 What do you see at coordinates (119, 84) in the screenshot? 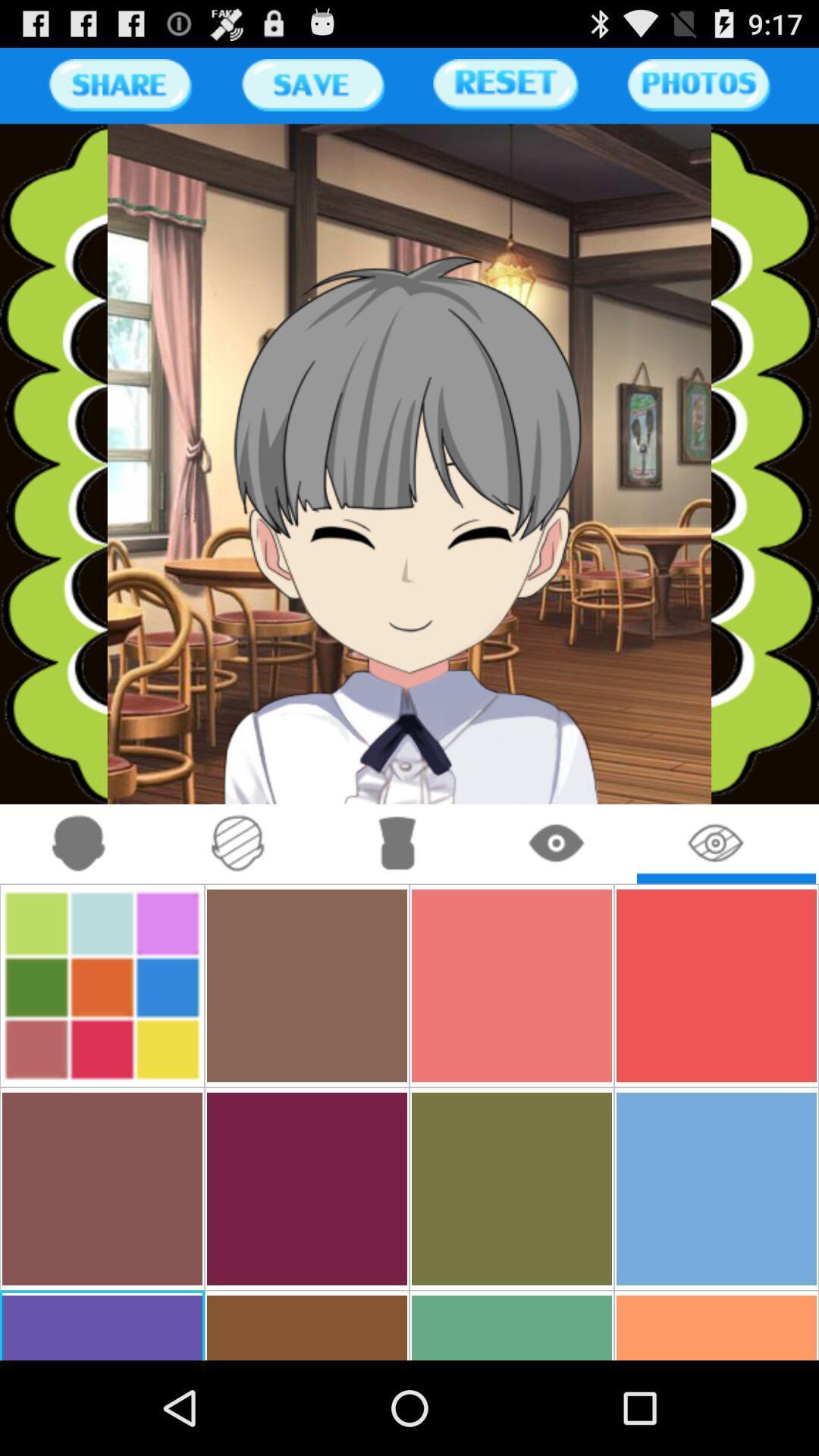
I see `share` at bounding box center [119, 84].